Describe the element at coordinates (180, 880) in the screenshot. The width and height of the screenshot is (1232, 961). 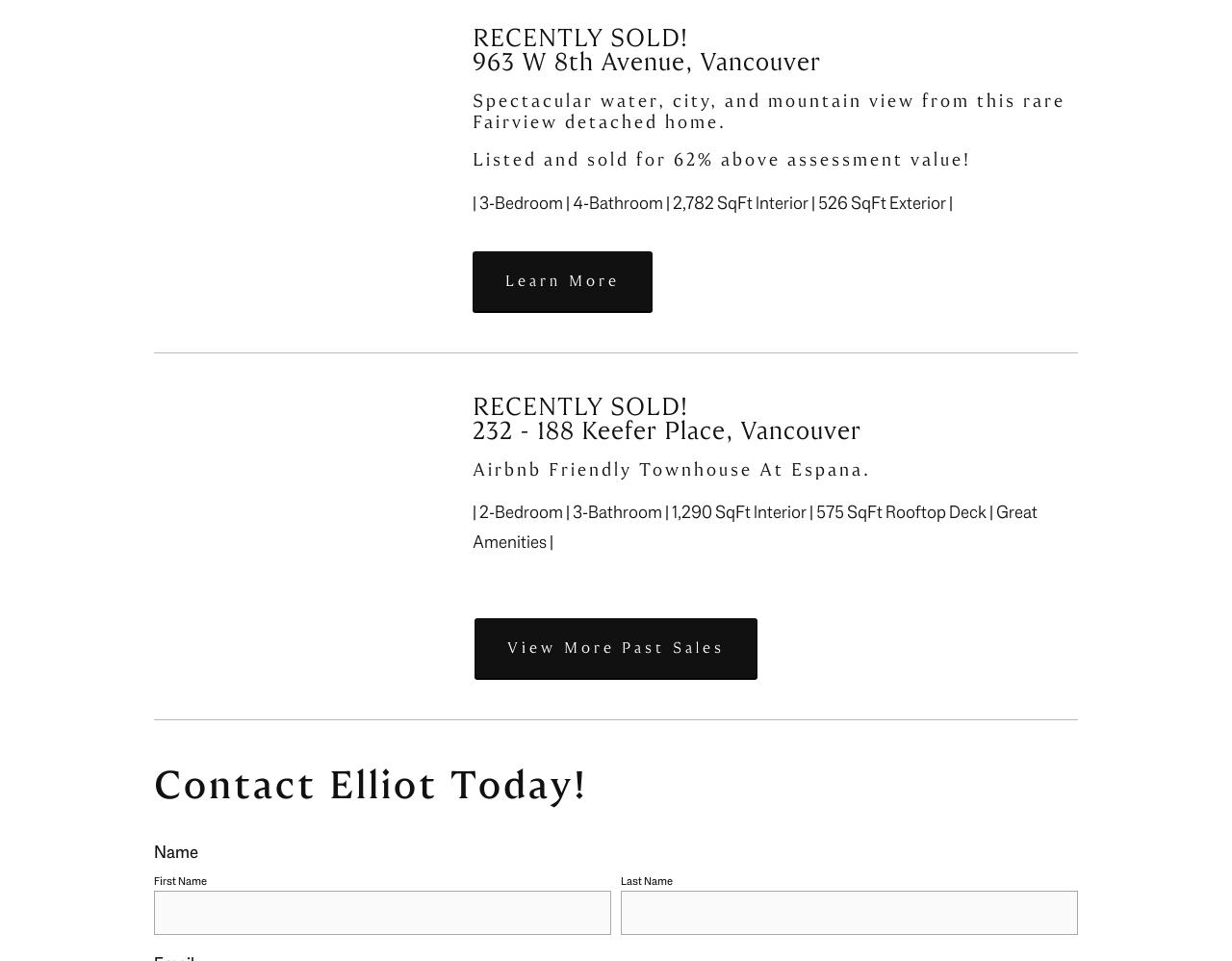
I see `'First Name'` at that location.